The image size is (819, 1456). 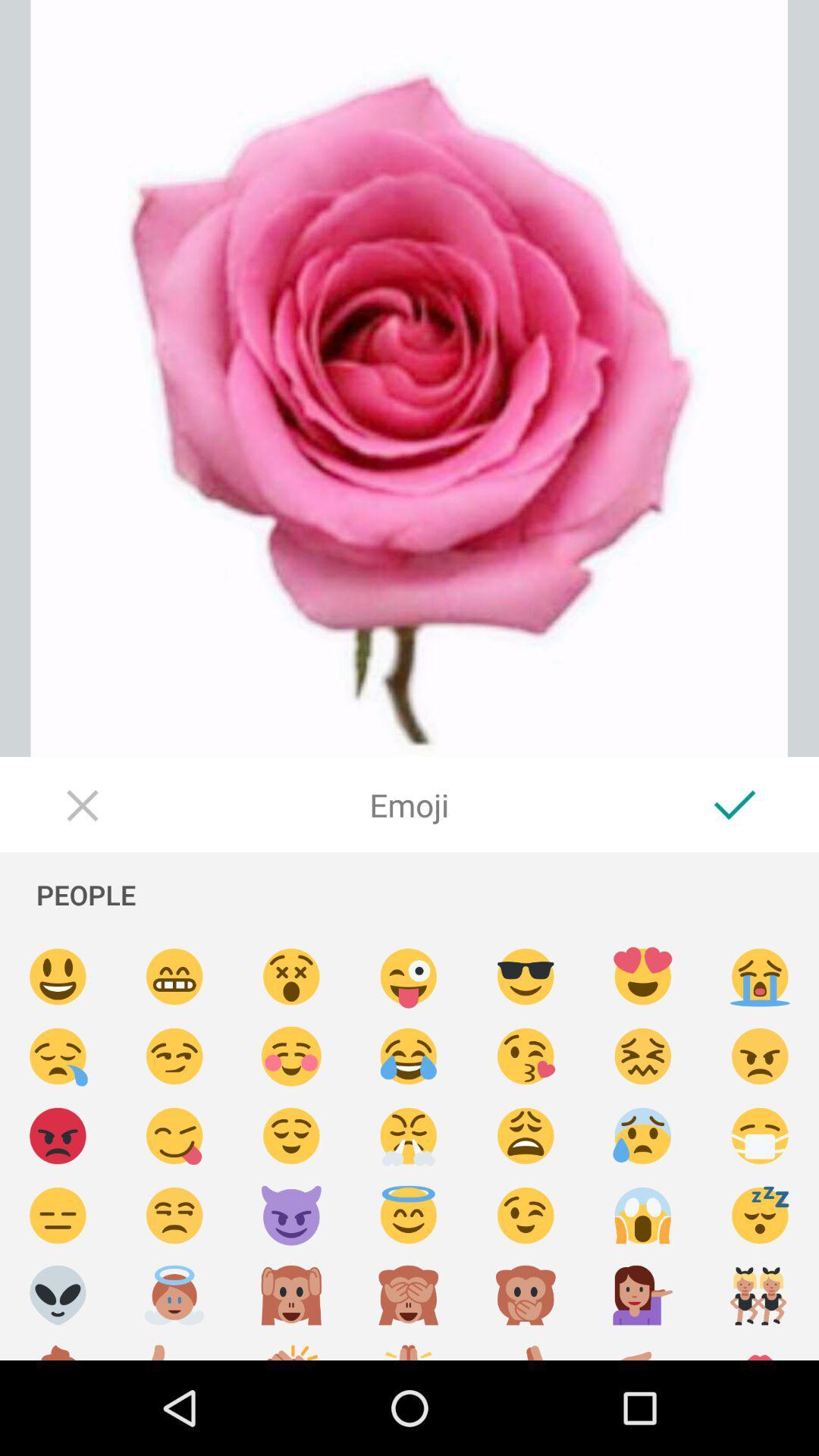 What do you see at coordinates (408, 1294) in the screenshot?
I see `see no evil monkey` at bounding box center [408, 1294].